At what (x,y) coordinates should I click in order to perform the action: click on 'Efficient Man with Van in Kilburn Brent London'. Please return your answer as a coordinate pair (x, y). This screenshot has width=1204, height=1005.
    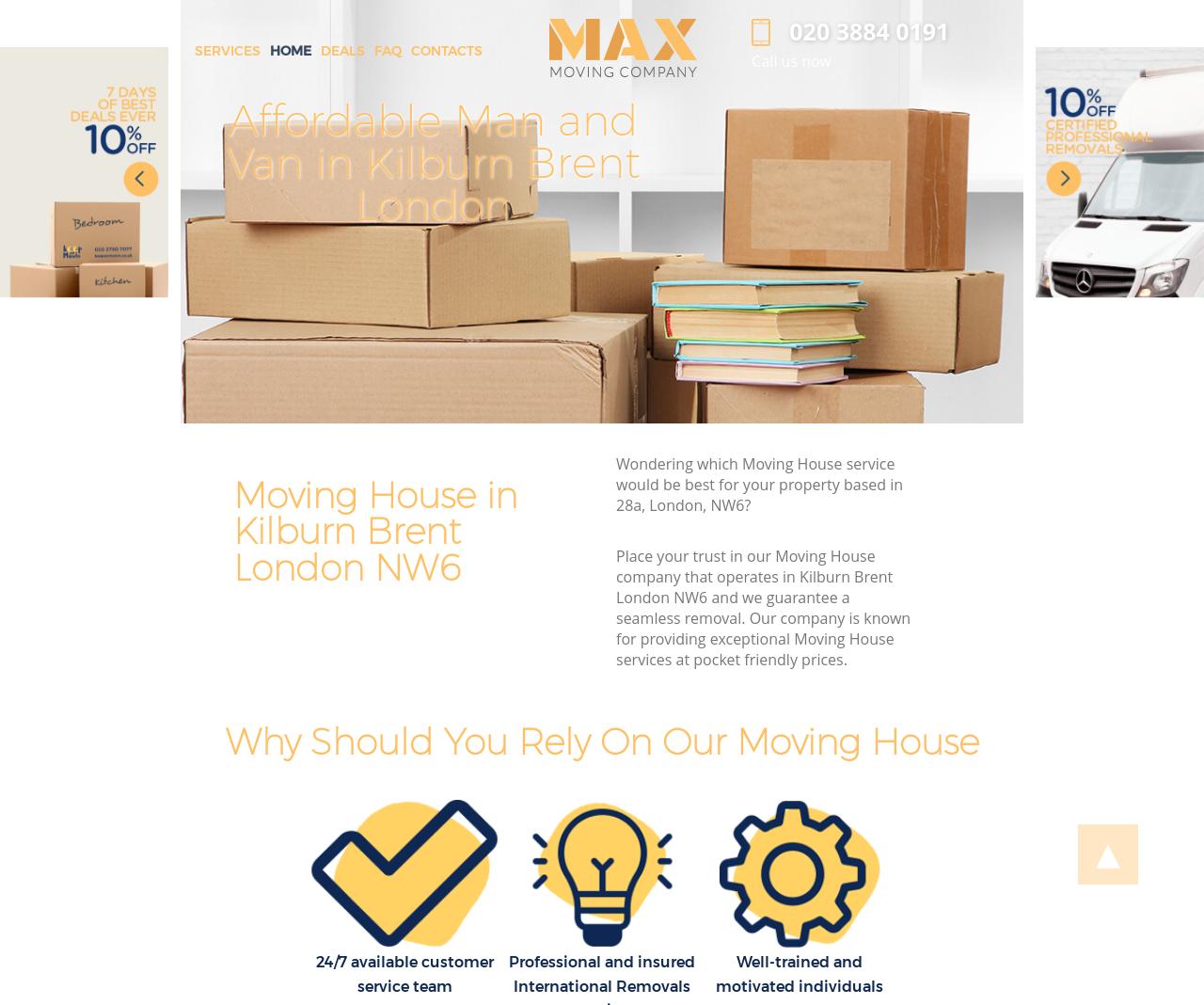
    Looking at the image, I should click on (939, 162).